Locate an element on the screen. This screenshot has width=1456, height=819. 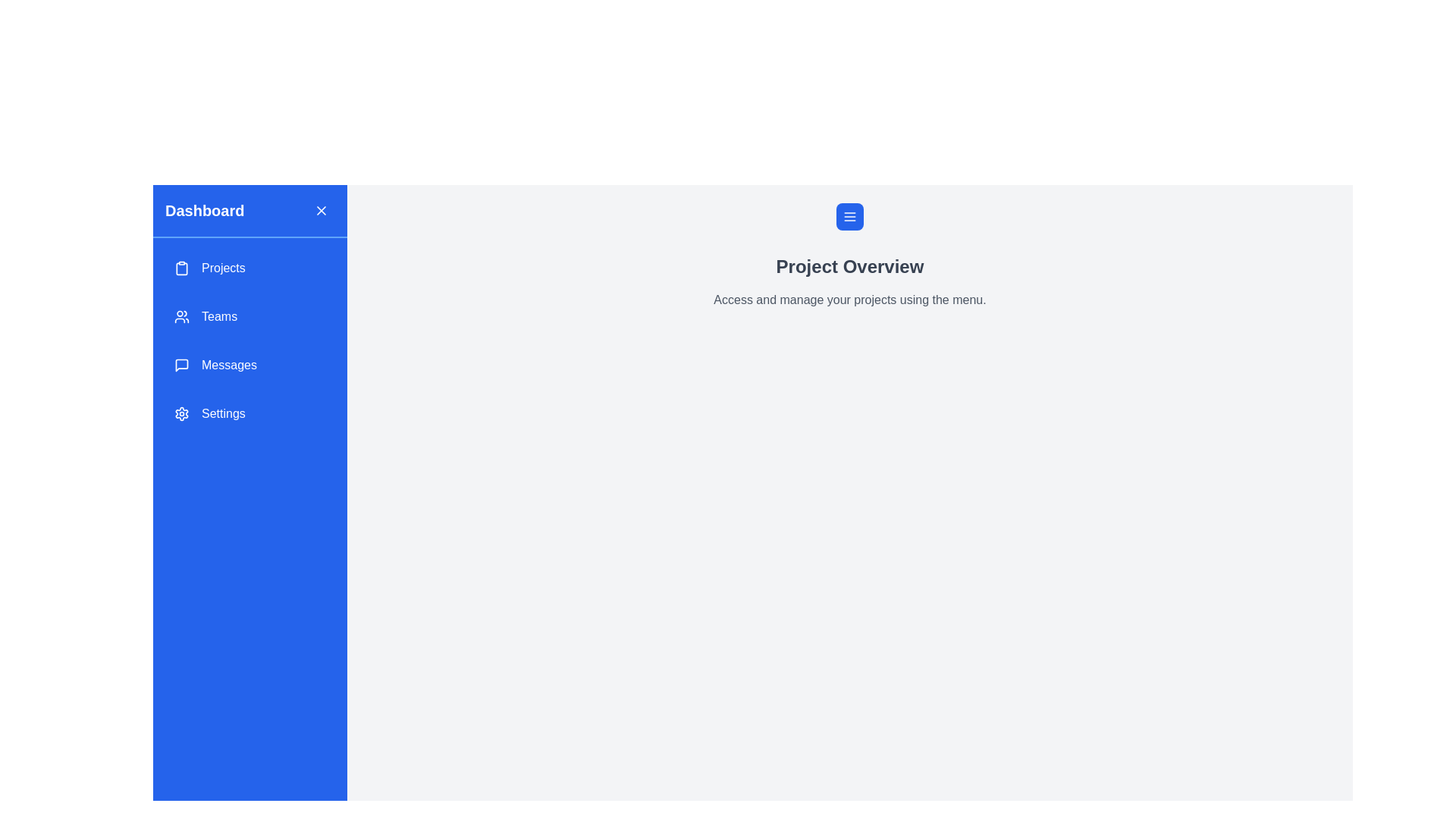
the leftmost icon in the navigation menu's 'Teams' row is located at coordinates (182, 315).